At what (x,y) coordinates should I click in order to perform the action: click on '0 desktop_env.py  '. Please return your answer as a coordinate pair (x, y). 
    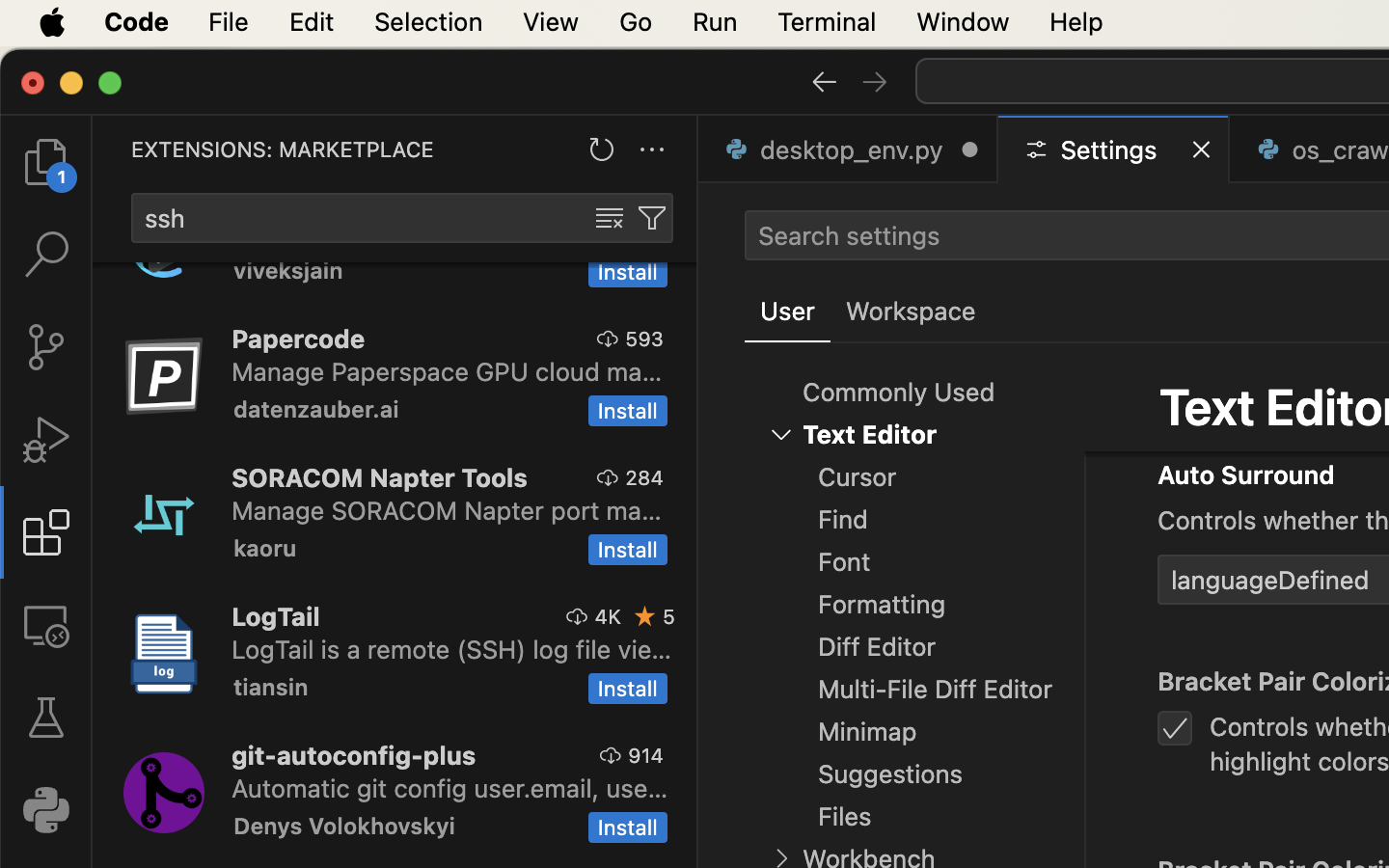
    Looking at the image, I should click on (847, 149).